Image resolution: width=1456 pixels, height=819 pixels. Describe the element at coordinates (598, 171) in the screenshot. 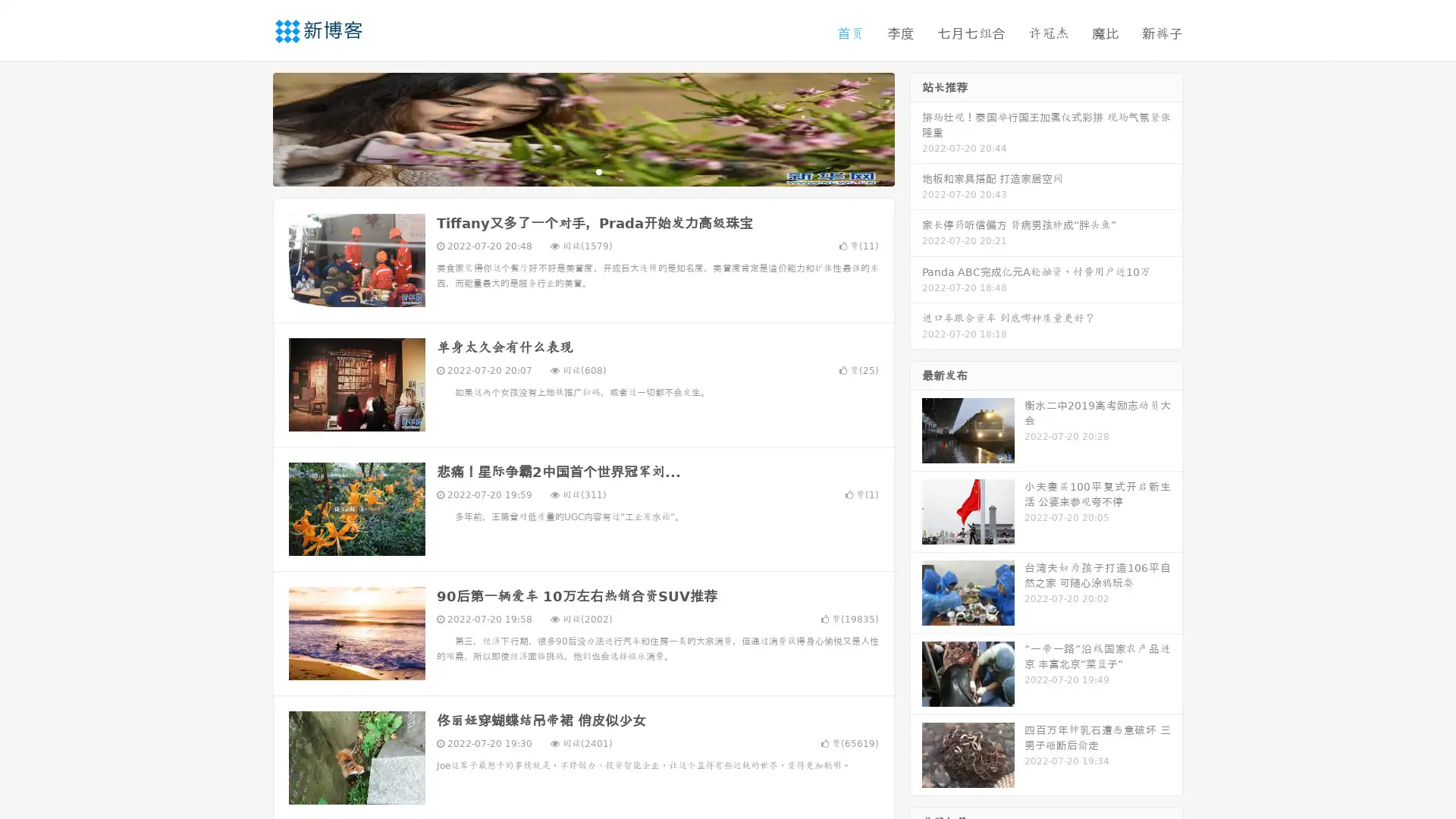

I see `Go to slide 3` at that location.